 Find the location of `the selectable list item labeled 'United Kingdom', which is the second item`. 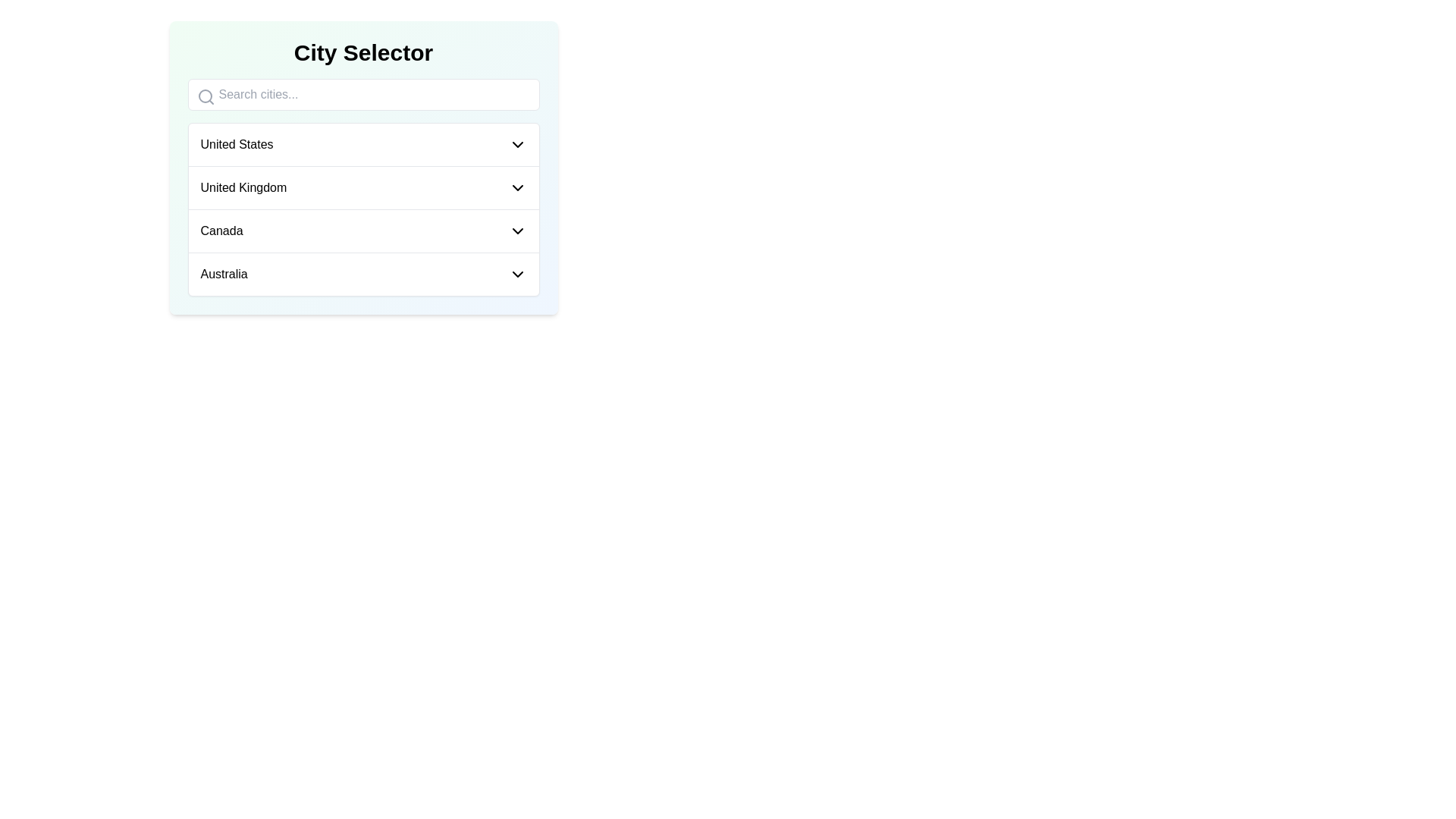

the selectable list item labeled 'United Kingdom', which is the second item is located at coordinates (362, 187).